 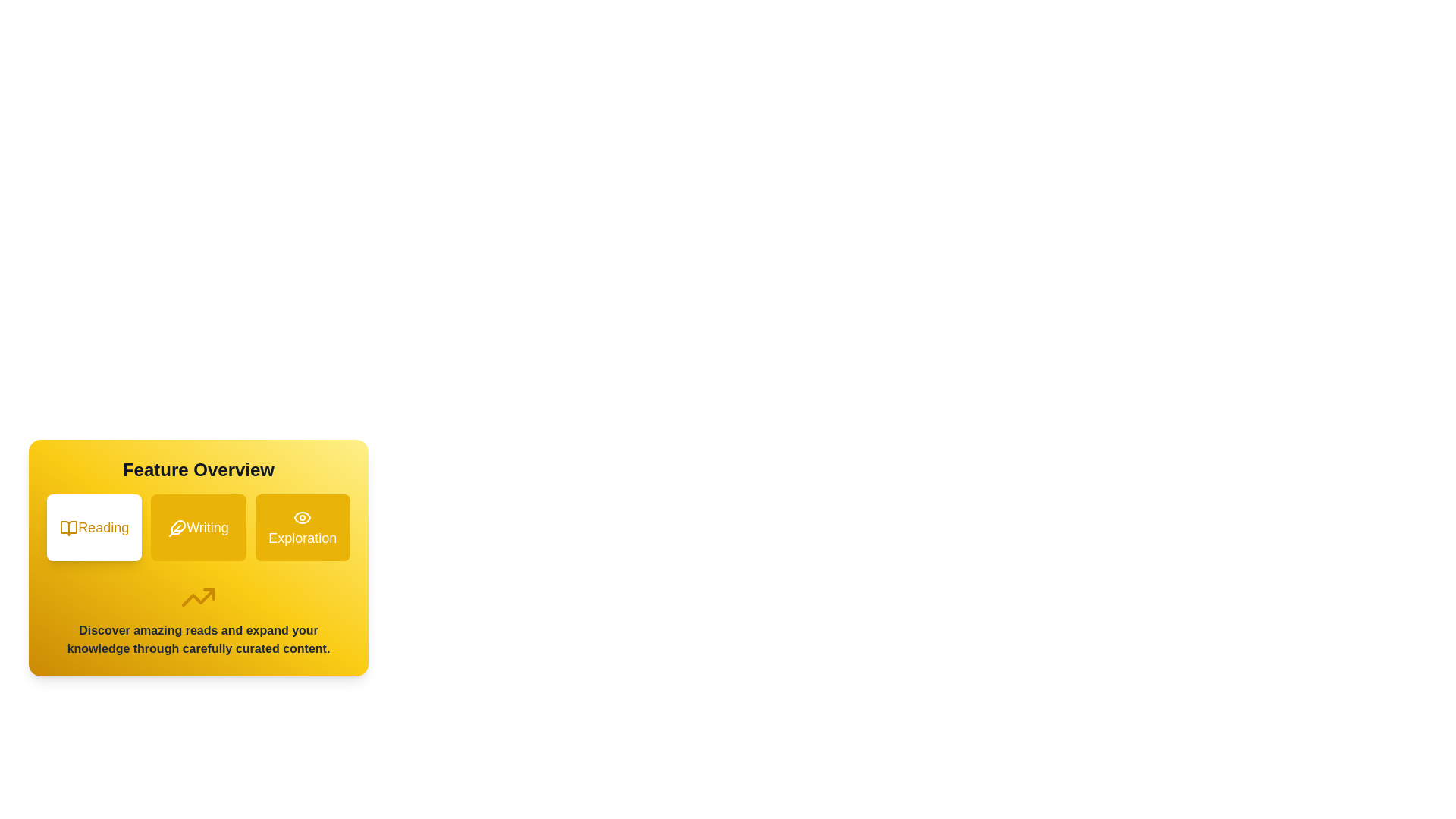 What do you see at coordinates (303, 526) in the screenshot?
I see `the bright yellow 'Exploration' button with rounded corners, containing white text and an eye icon` at bounding box center [303, 526].